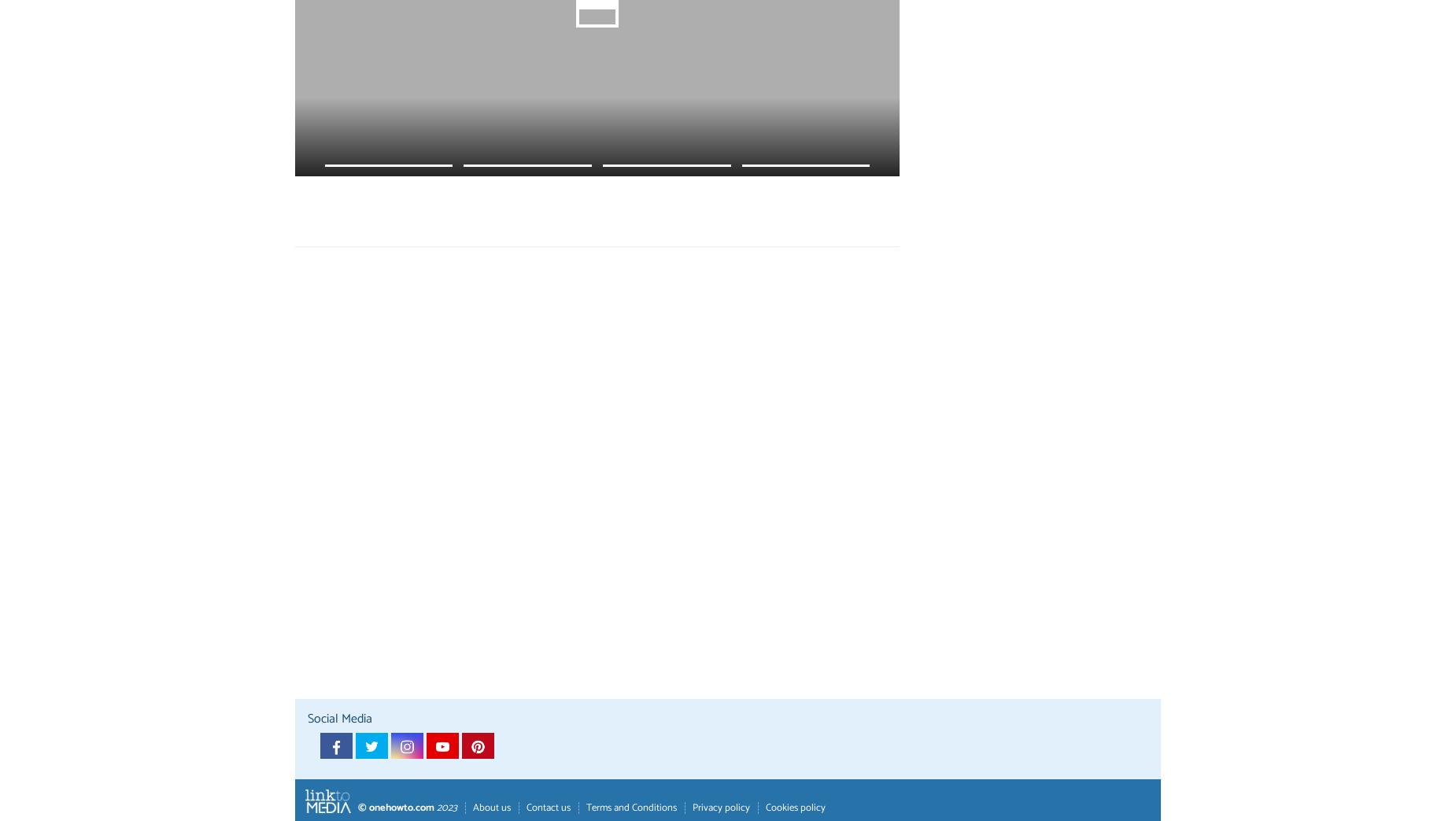 The width and height of the screenshot is (1456, 821). I want to click on '© onehowto.com', so click(396, 807).